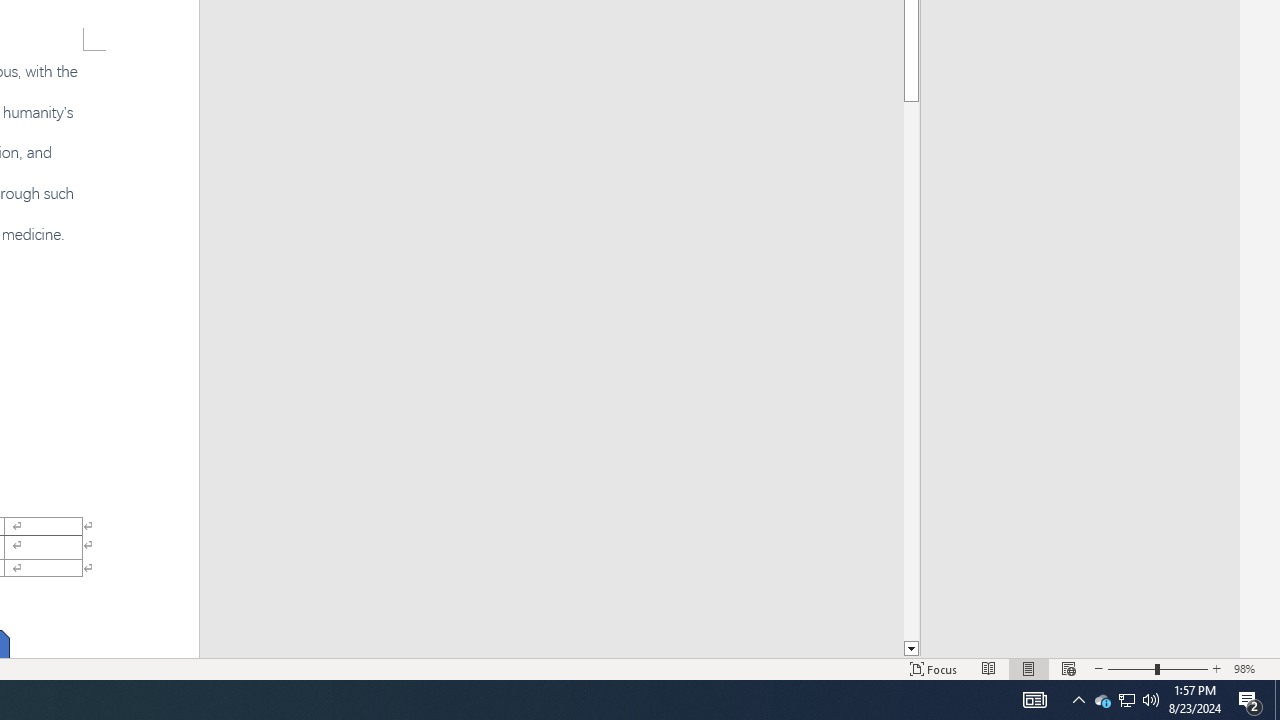 The image size is (1280, 720). What do you see at coordinates (910, 649) in the screenshot?
I see `'Line down'` at bounding box center [910, 649].